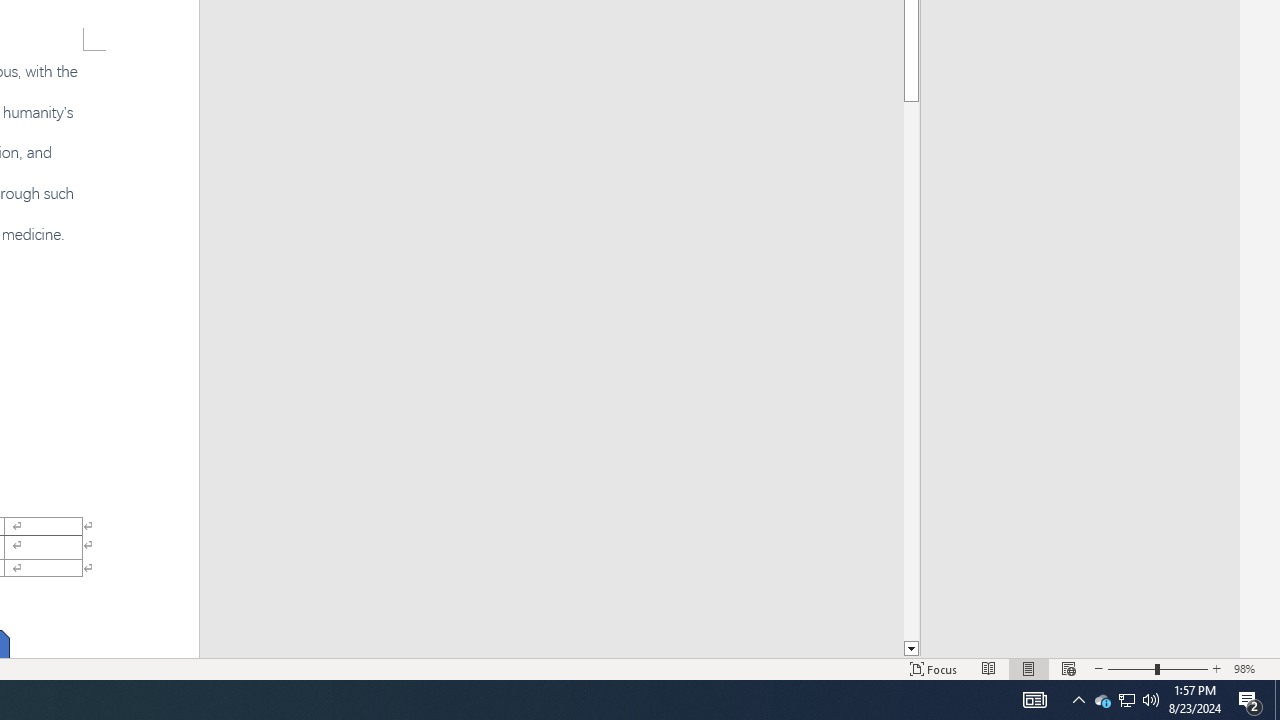 The image size is (1280, 720). What do you see at coordinates (910, 649) in the screenshot?
I see `'Line down'` at bounding box center [910, 649].